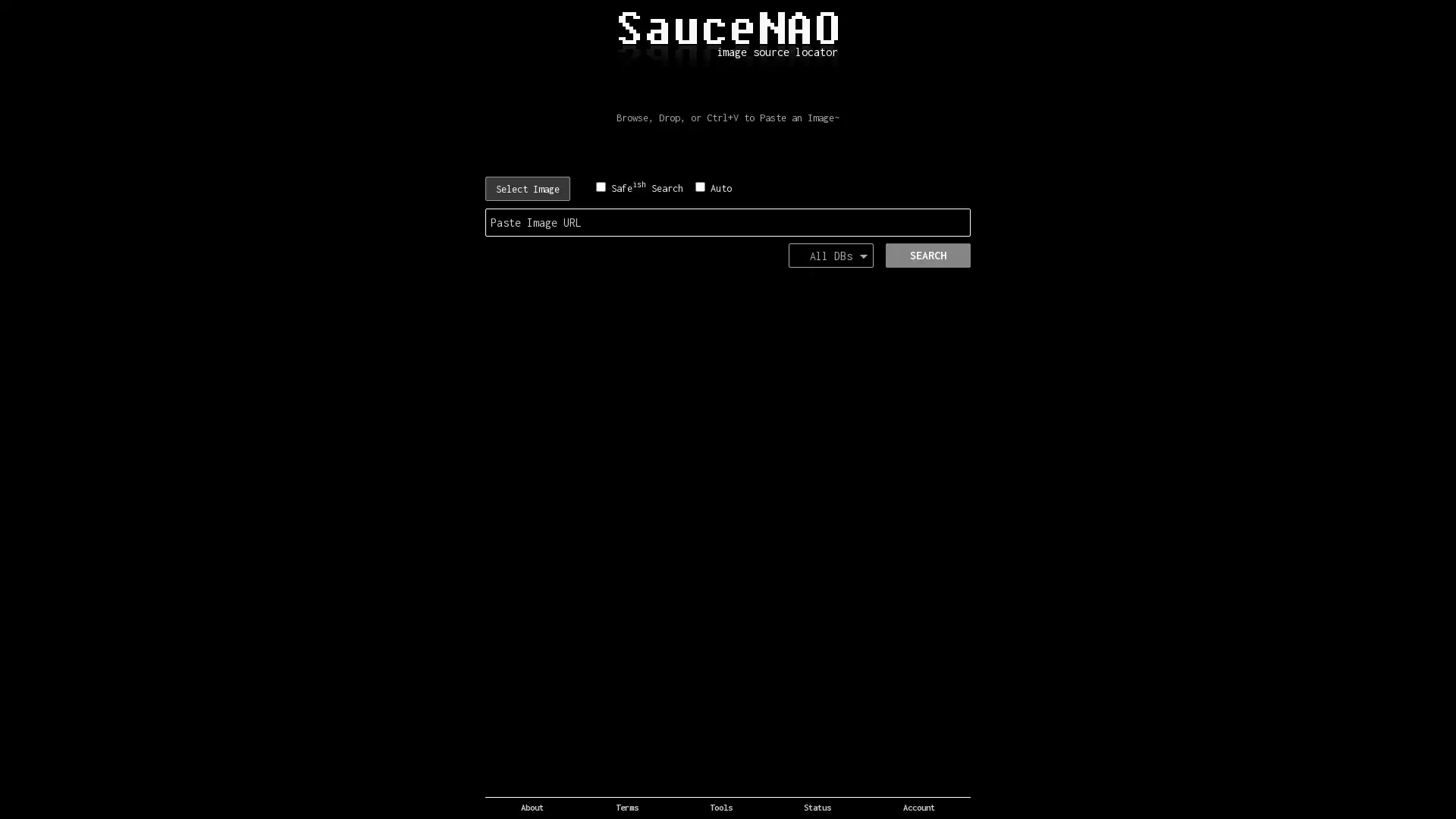 Image resolution: width=1456 pixels, height=819 pixels. What do you see at coordinates (526, 186) in the screenshot?
I see `Choose File` at bounding box center [526, 186].